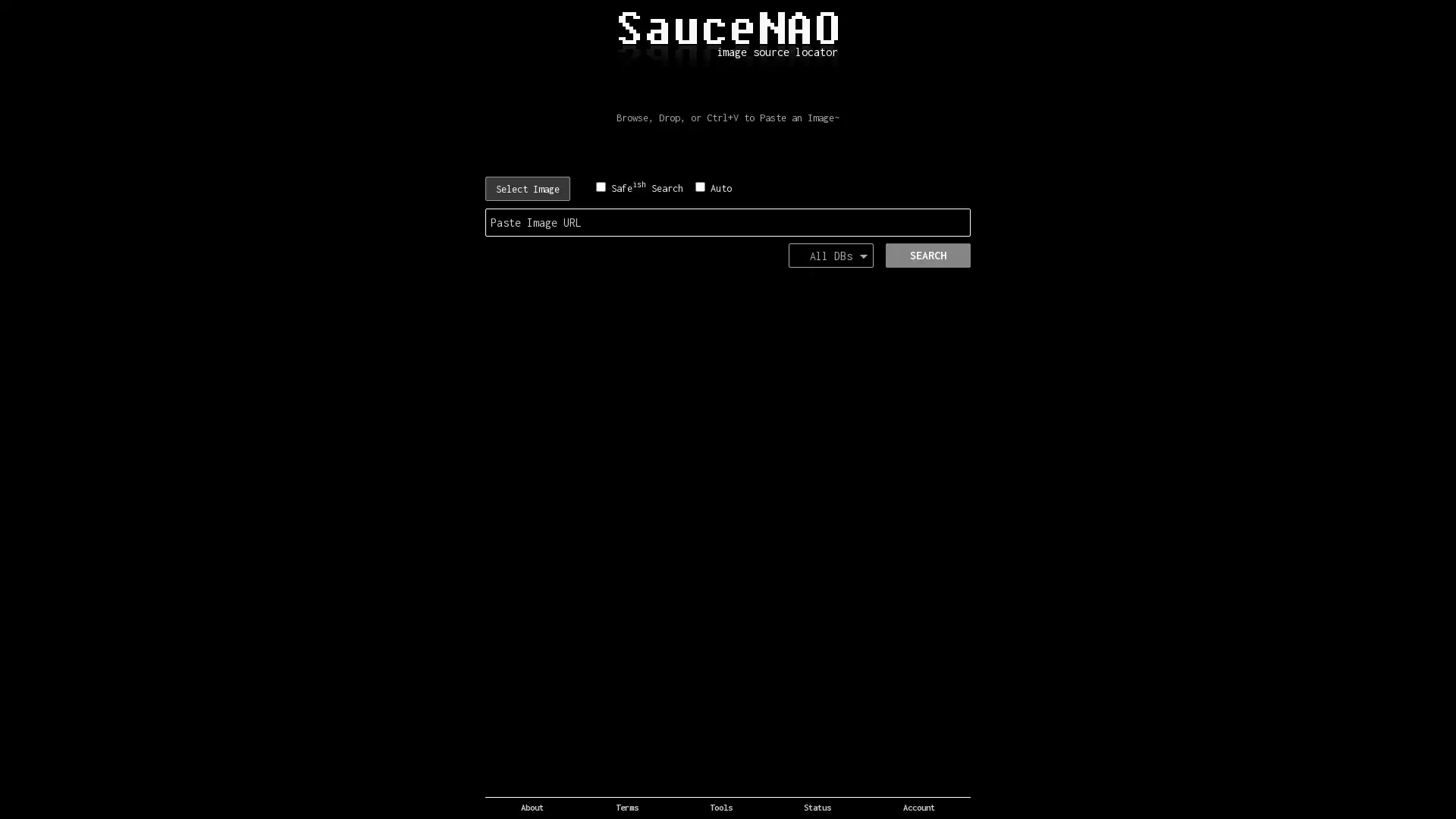 Image resolution: width=1456 pixels, height=819 pixels. What do you see at coordinates (526, 186) in the screenshot?
I see `Choose File` at bounding box center [526, 186].